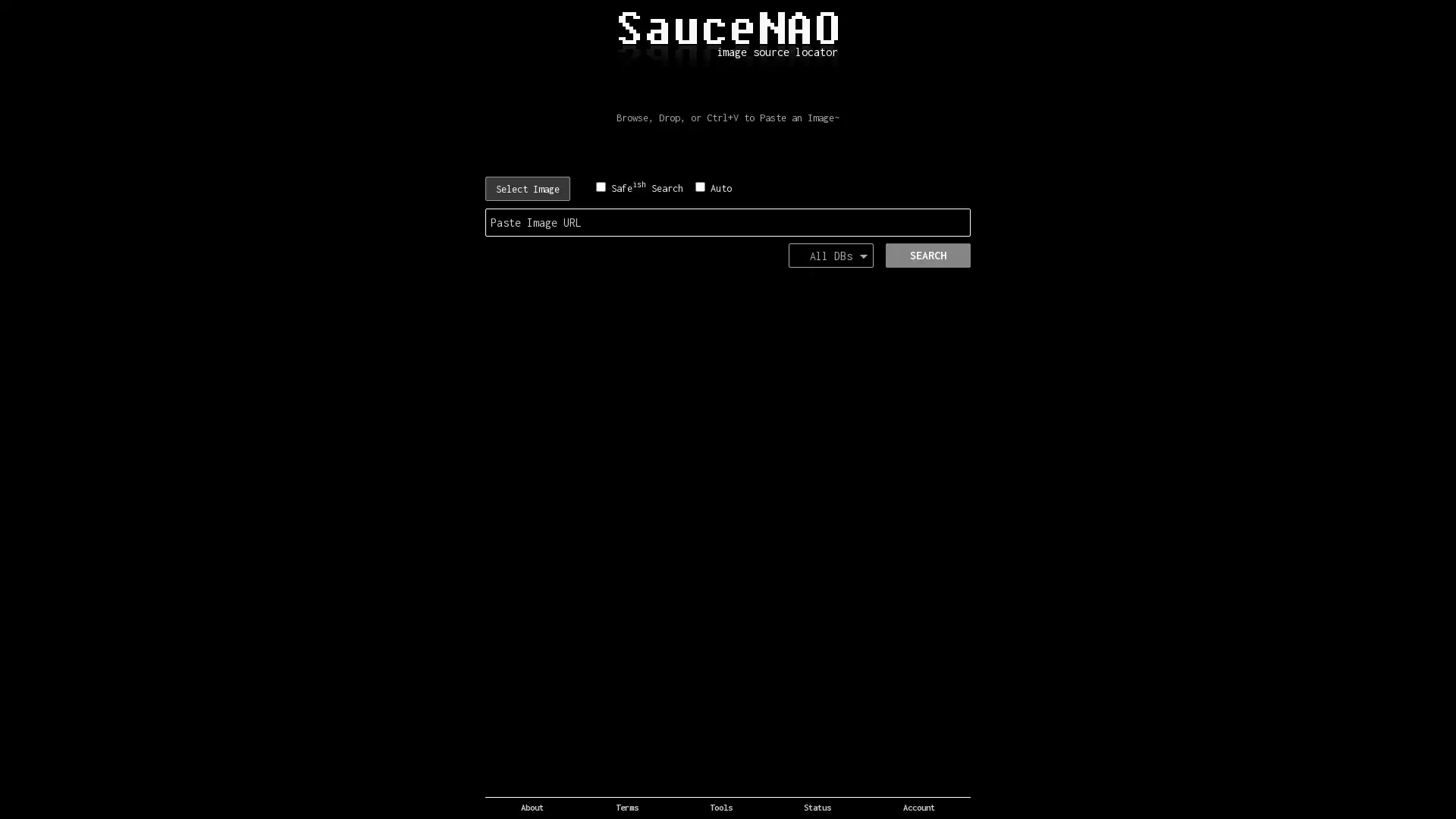 Image resolution: width=1456 pixels, height=819 pixels. What do you see at coordinates (526, 186) in the screenshot?
I see `Choose File` at bounding box center [526, 186].